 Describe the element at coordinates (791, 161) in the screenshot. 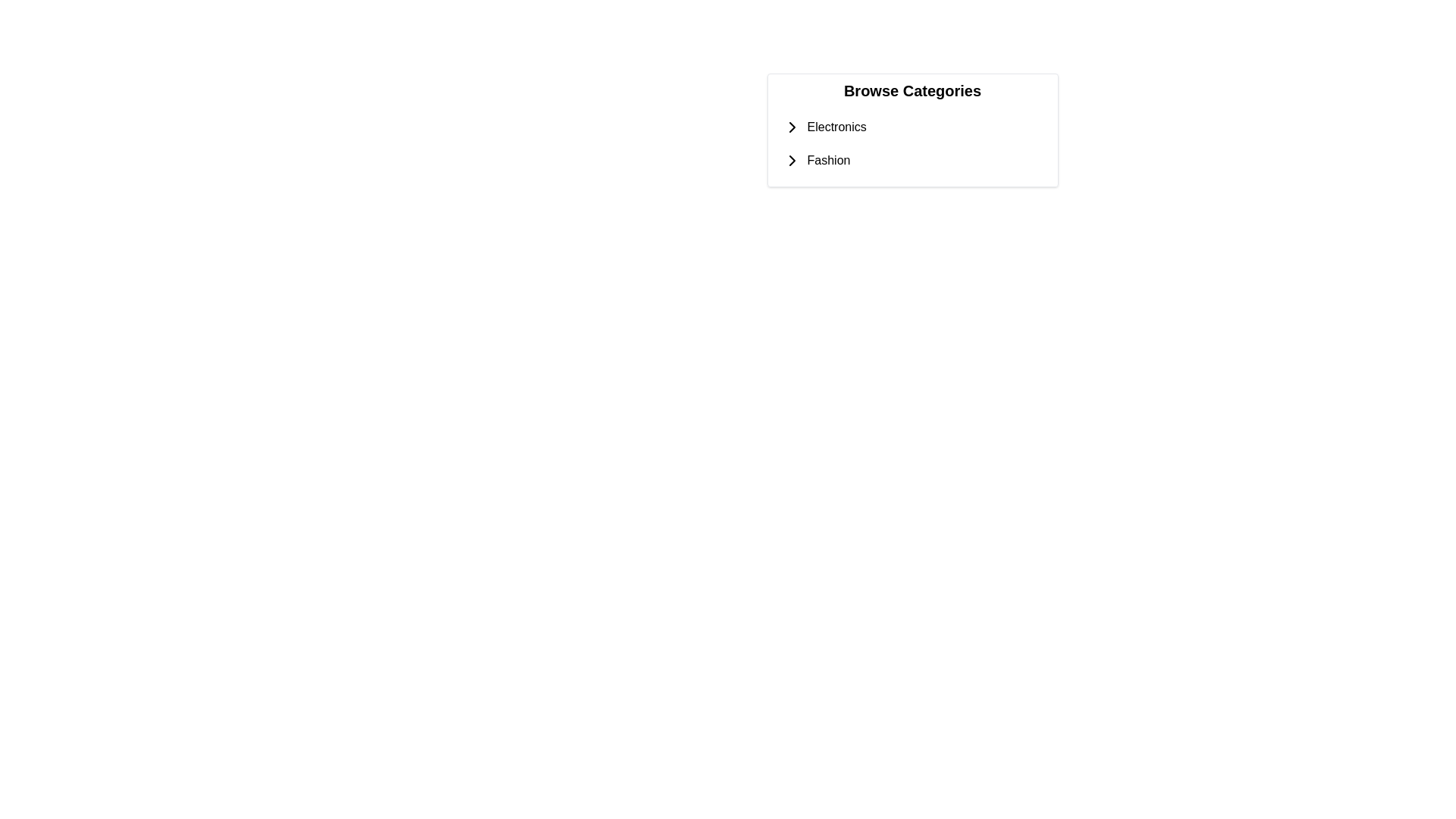

I see `the Arrow Icon located in the 'Fashion' category` at that location.